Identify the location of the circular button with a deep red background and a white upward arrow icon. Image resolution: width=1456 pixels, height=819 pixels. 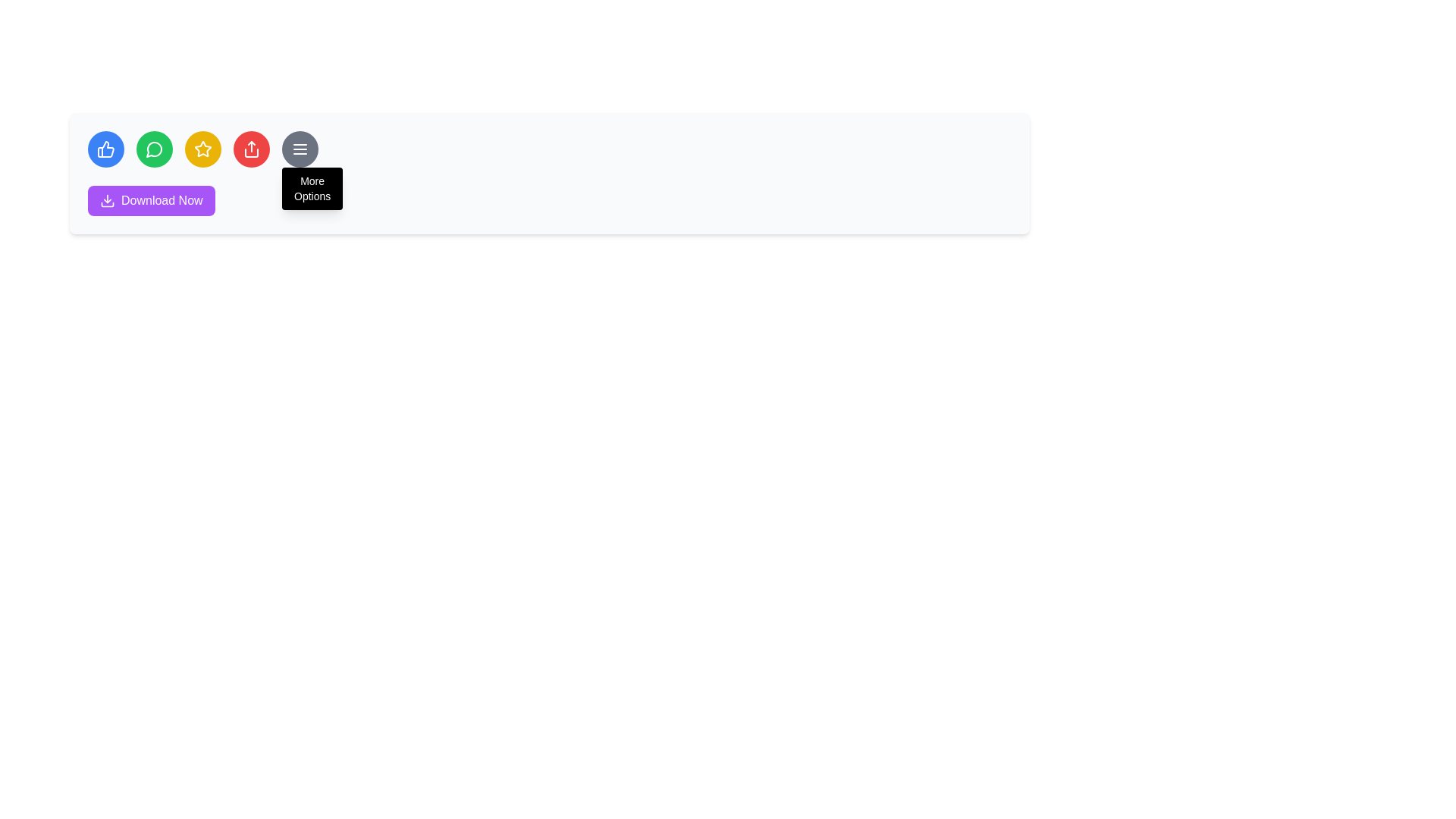
(251, 149).